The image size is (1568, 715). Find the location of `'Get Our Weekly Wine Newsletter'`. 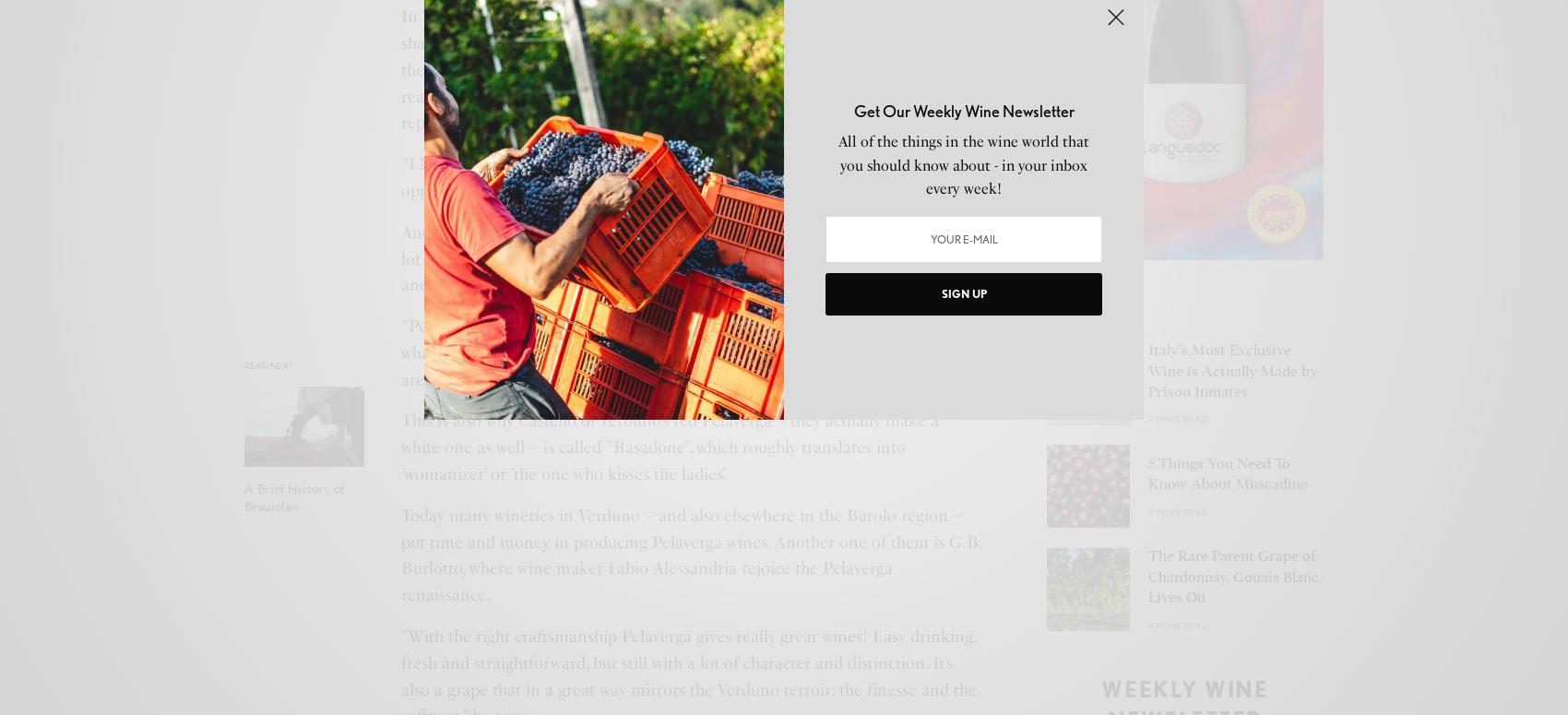

'Get Our Weekly Wine Newsletter' is located at coordinates (962, 111).